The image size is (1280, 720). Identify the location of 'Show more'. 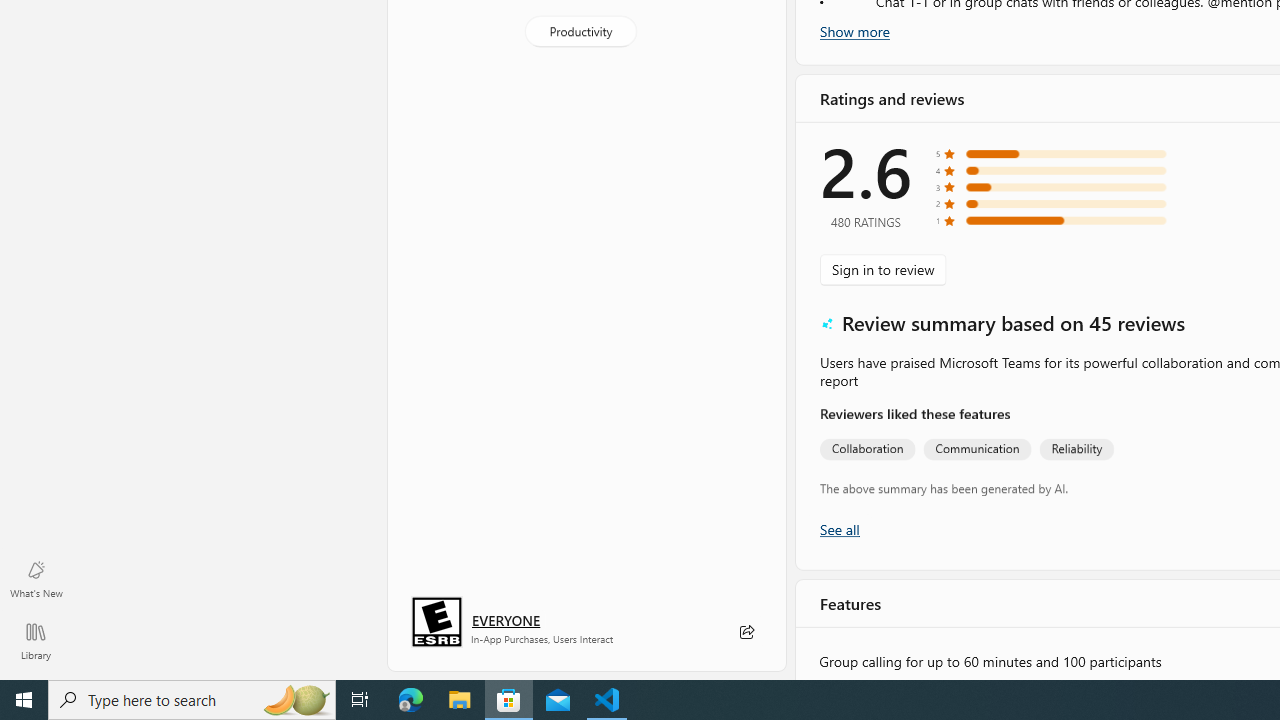
(855, 31).